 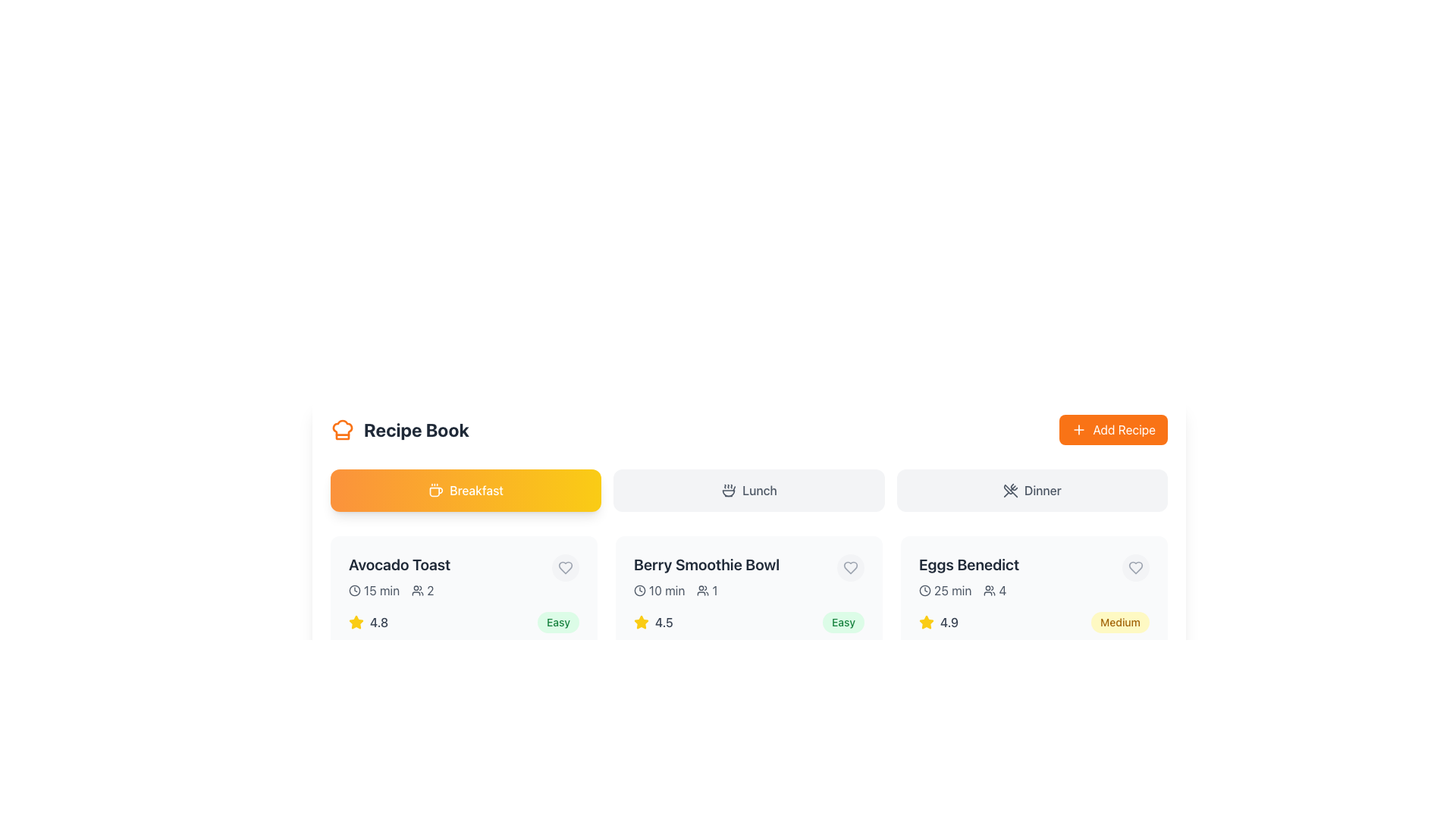 I want to click on the cooking time icon for 'Avocado Toast', which visually signifies the preparation duration of '15 min', so click(x=353, y=590).